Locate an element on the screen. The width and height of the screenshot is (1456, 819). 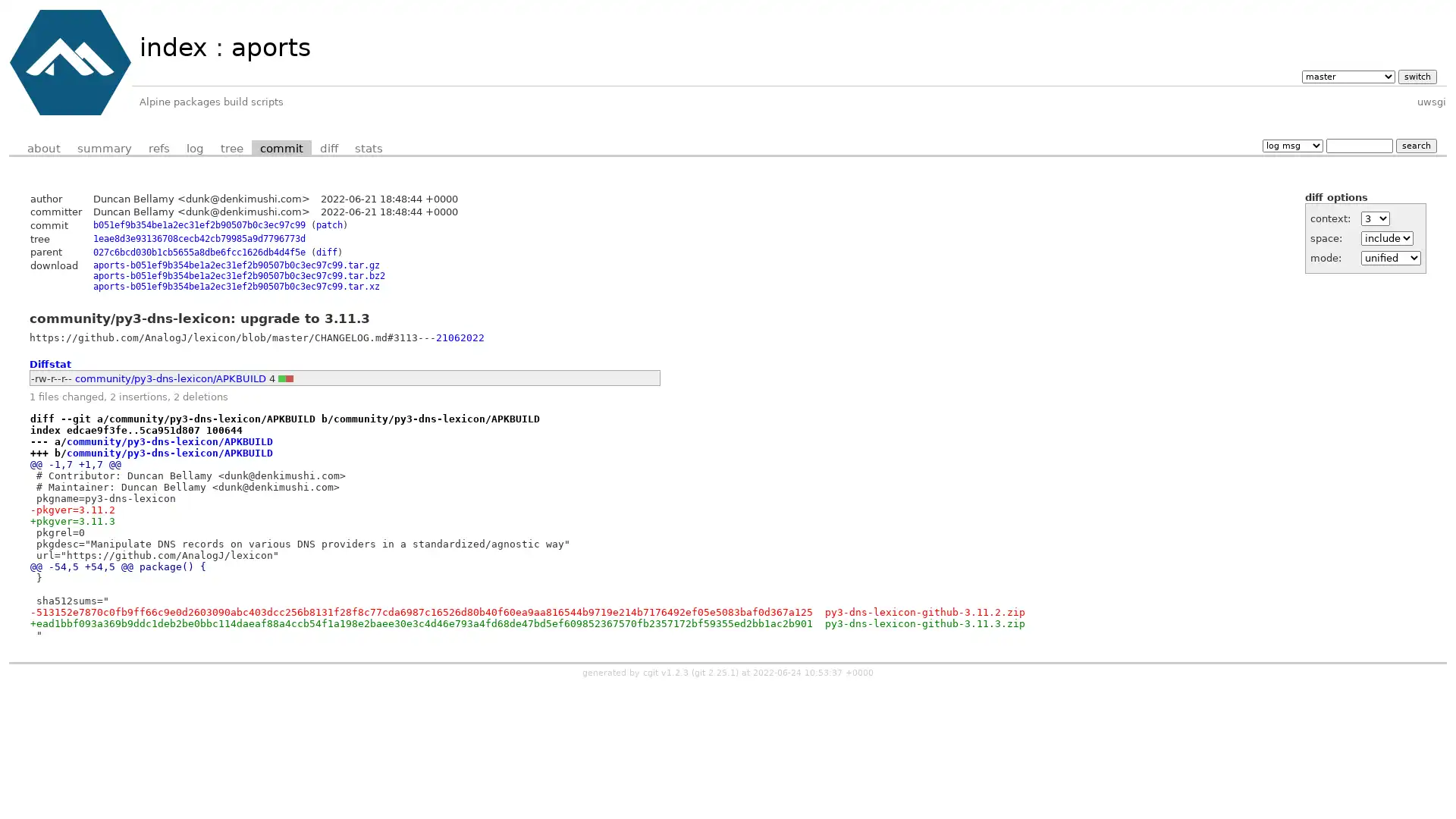
switch is located at coordinates (1416, 76).